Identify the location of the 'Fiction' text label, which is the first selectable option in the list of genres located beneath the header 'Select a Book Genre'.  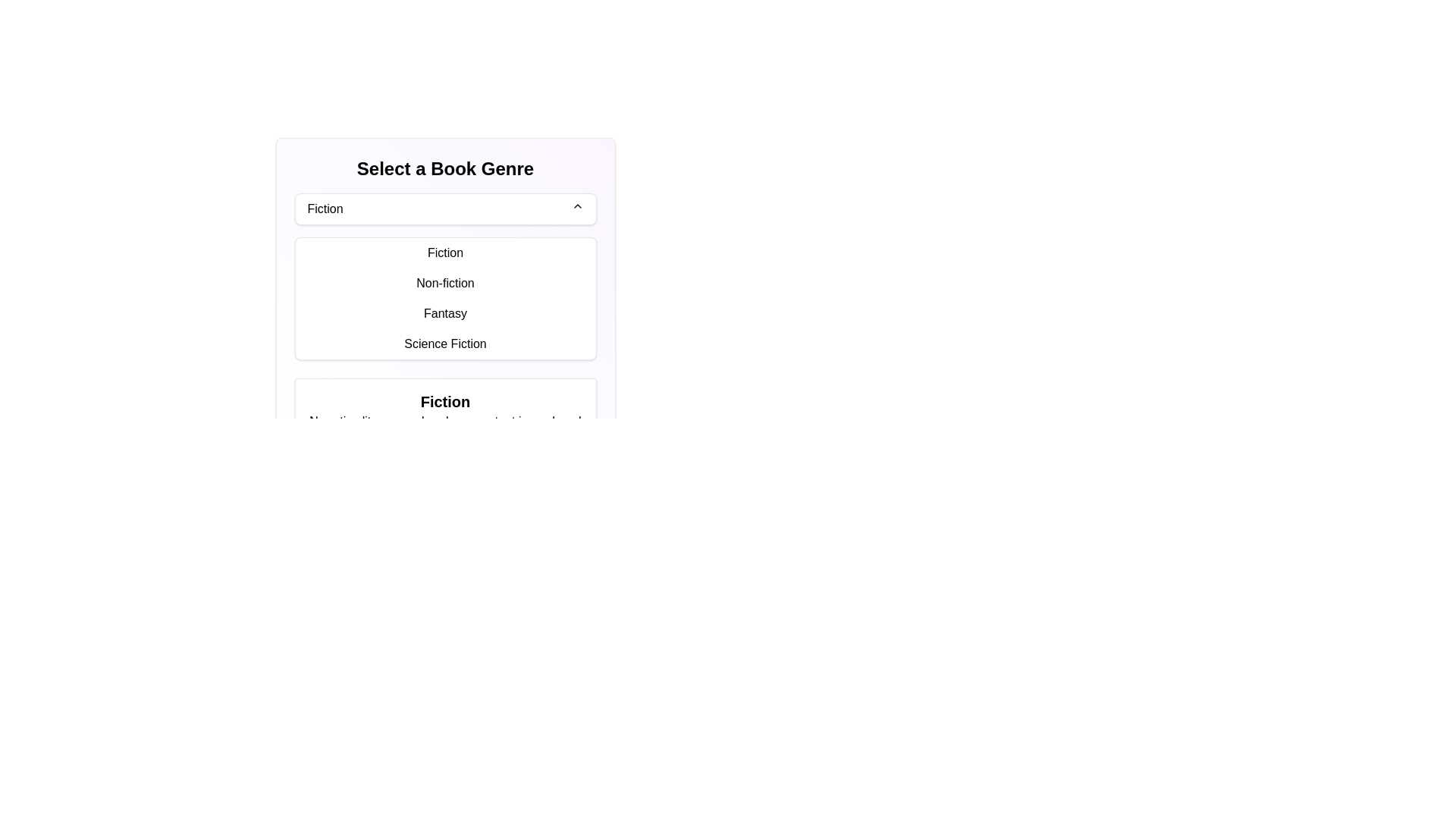
(444, 253).